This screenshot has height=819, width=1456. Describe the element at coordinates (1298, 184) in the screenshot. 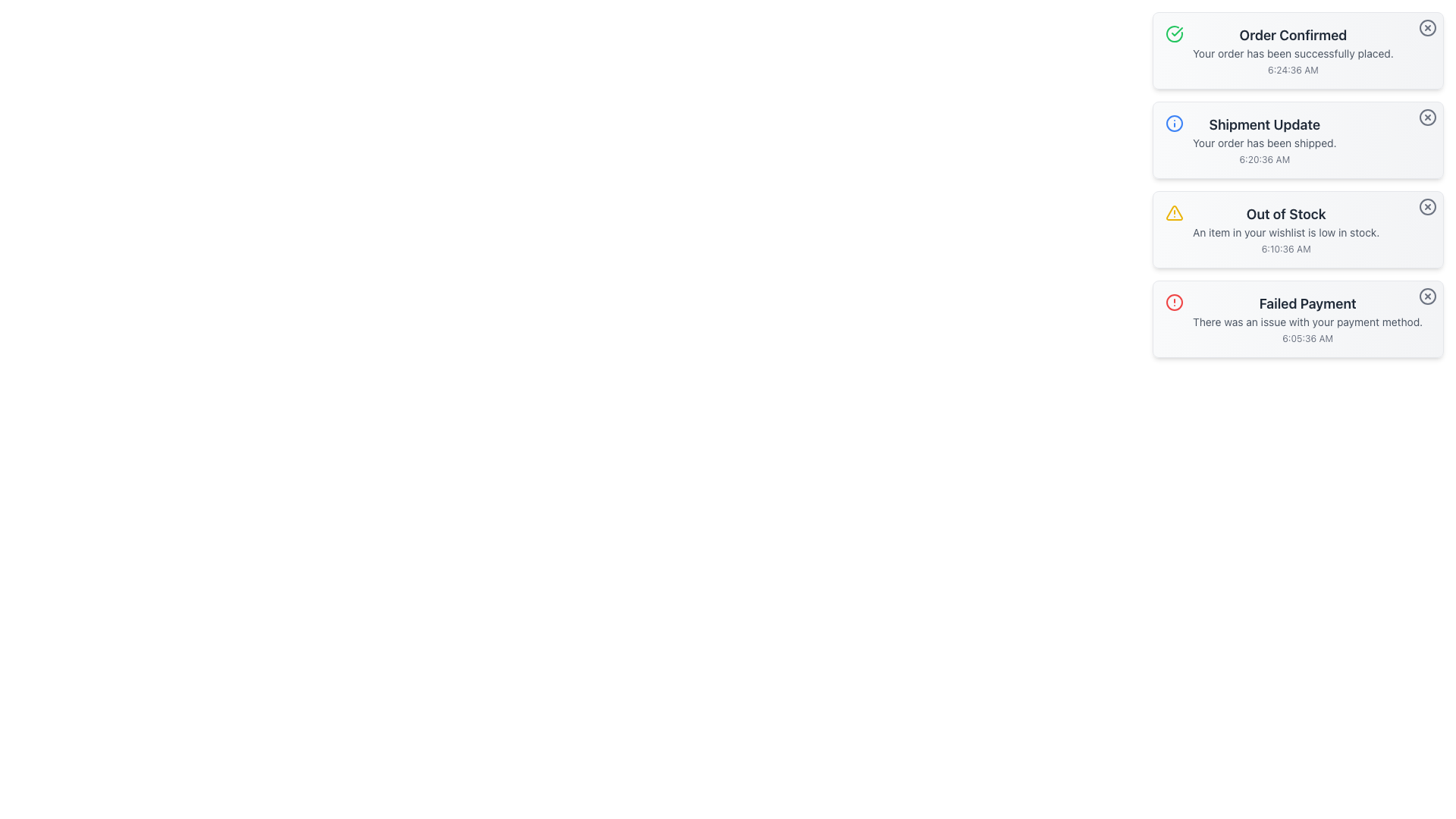

I see `the Notification card that indicates a stock update in the user's wishlist, which is the third notification from the top in a vertical stack of four notifications` at that location.